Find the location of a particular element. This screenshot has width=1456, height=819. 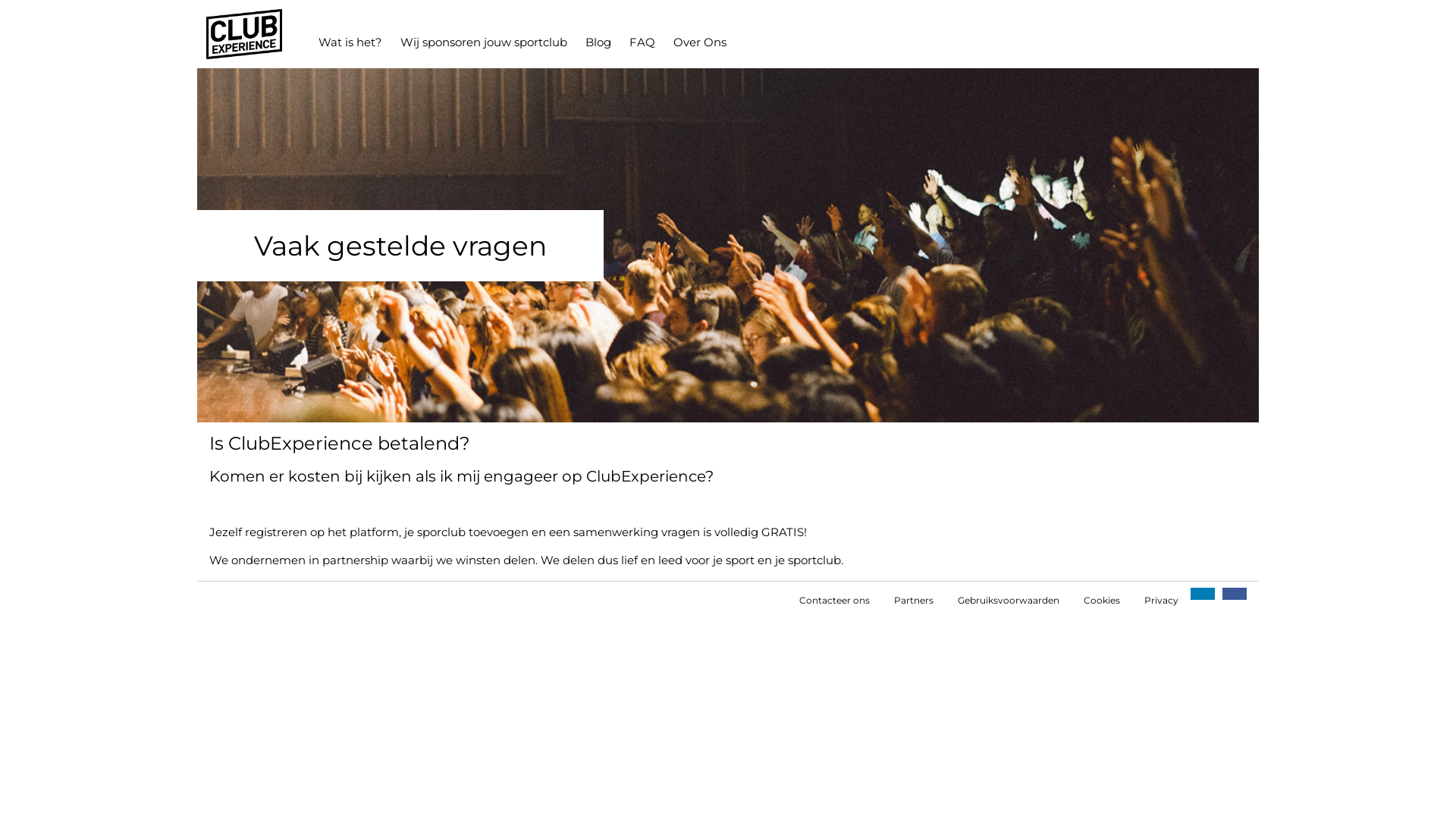

'Over Ons' is located at coordinates (664, 42).